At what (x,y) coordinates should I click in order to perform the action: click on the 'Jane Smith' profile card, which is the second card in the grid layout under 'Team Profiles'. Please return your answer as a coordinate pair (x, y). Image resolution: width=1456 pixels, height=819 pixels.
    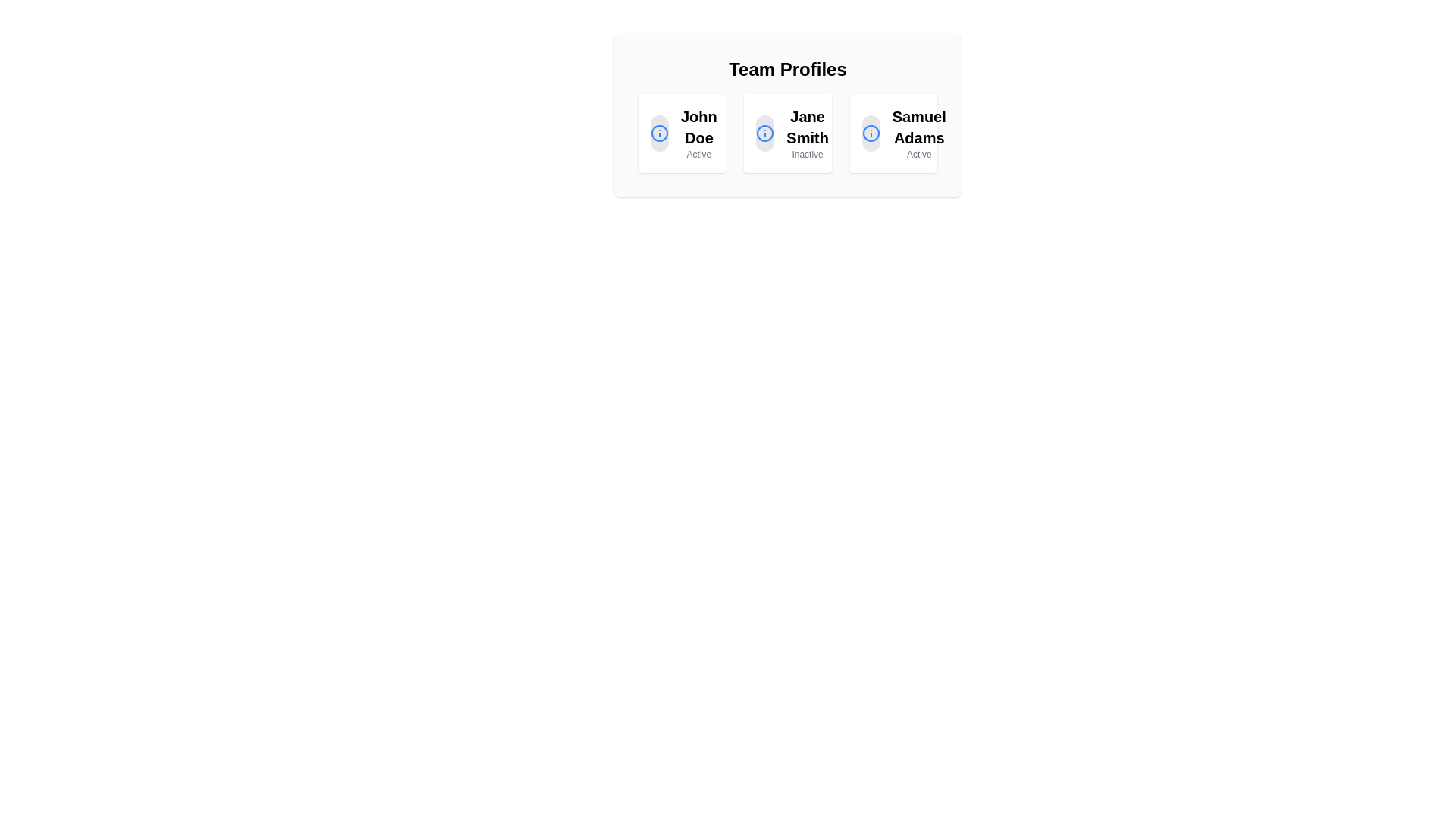
    Looking at the image, I should click on (787, 114).